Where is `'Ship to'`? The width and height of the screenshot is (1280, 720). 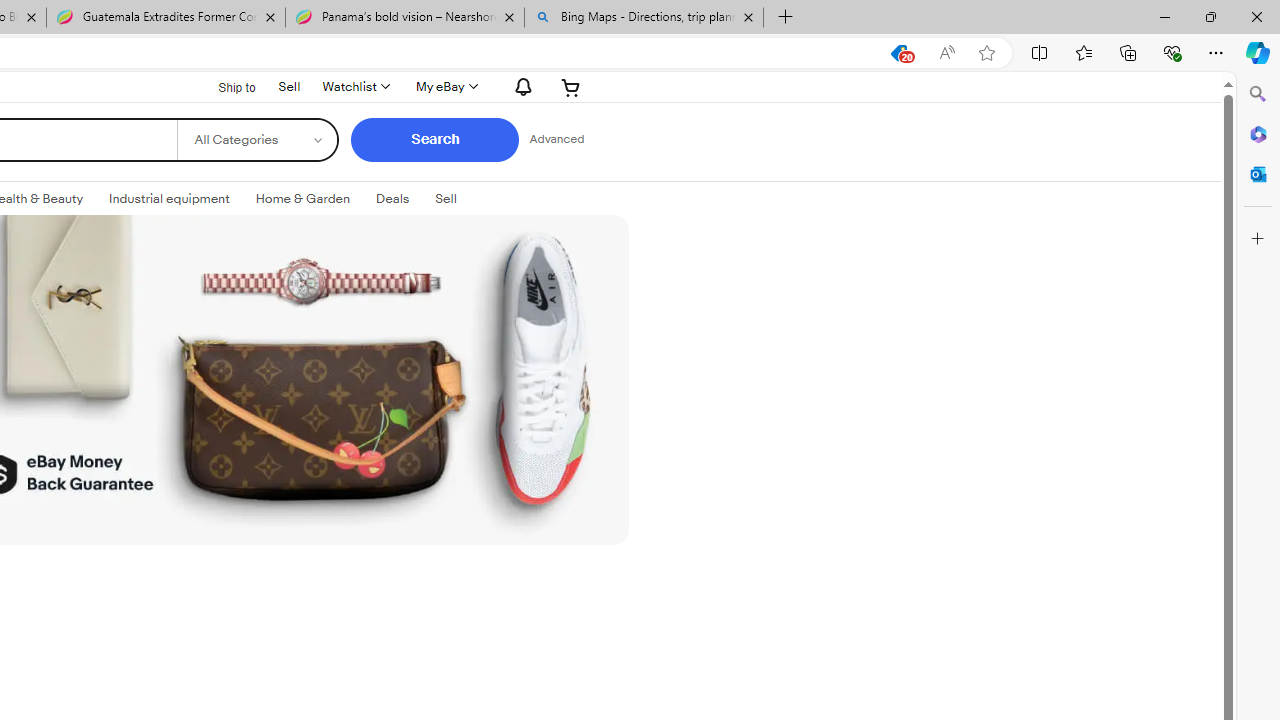 'Ship to' is located at coordinates (224, 85).